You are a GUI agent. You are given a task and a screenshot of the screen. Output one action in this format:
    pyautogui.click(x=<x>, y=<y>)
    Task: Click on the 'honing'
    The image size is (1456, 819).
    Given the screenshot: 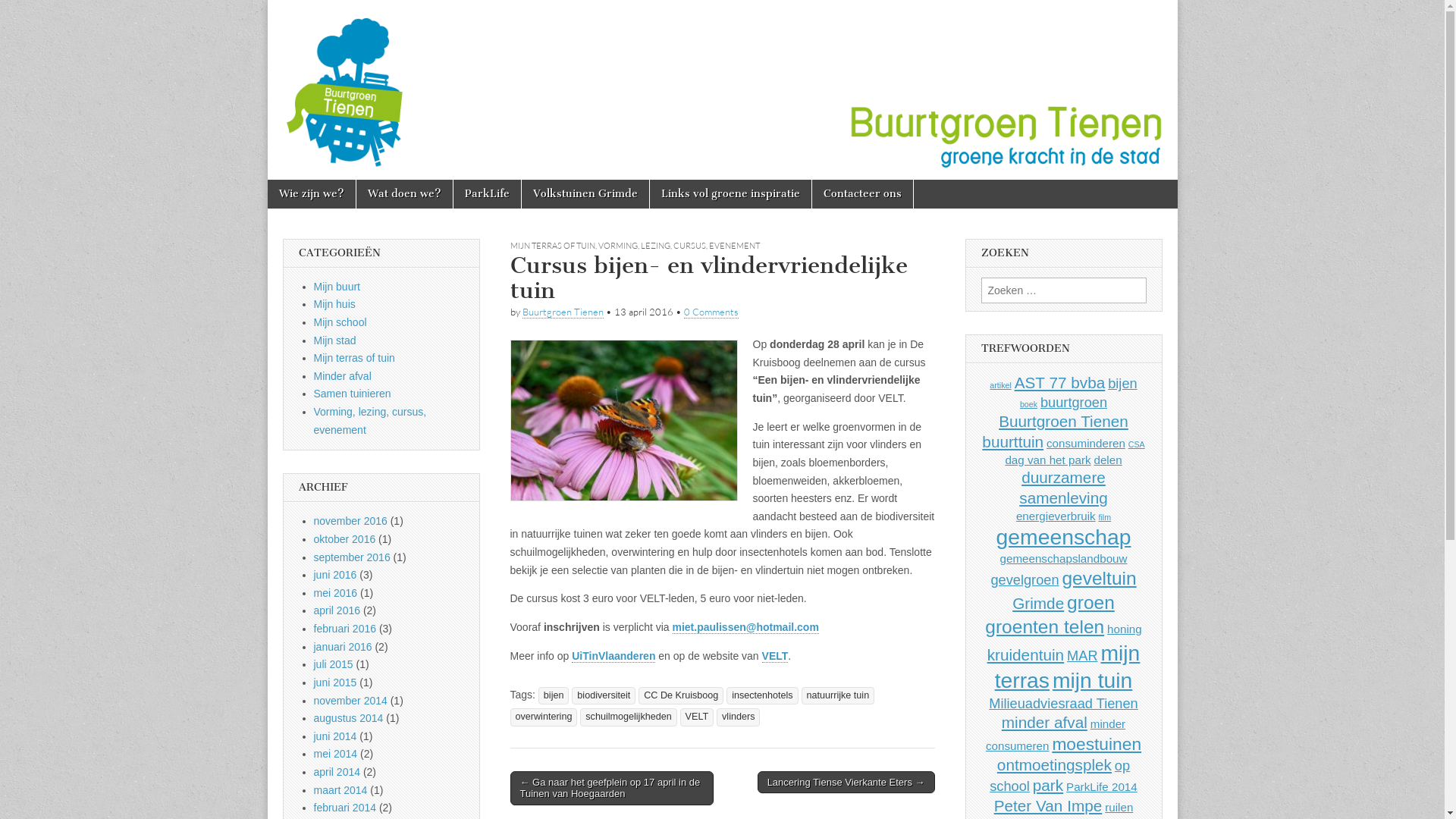 What is the action you would take?
    pyautogui.click(x=1125, y=629)
    